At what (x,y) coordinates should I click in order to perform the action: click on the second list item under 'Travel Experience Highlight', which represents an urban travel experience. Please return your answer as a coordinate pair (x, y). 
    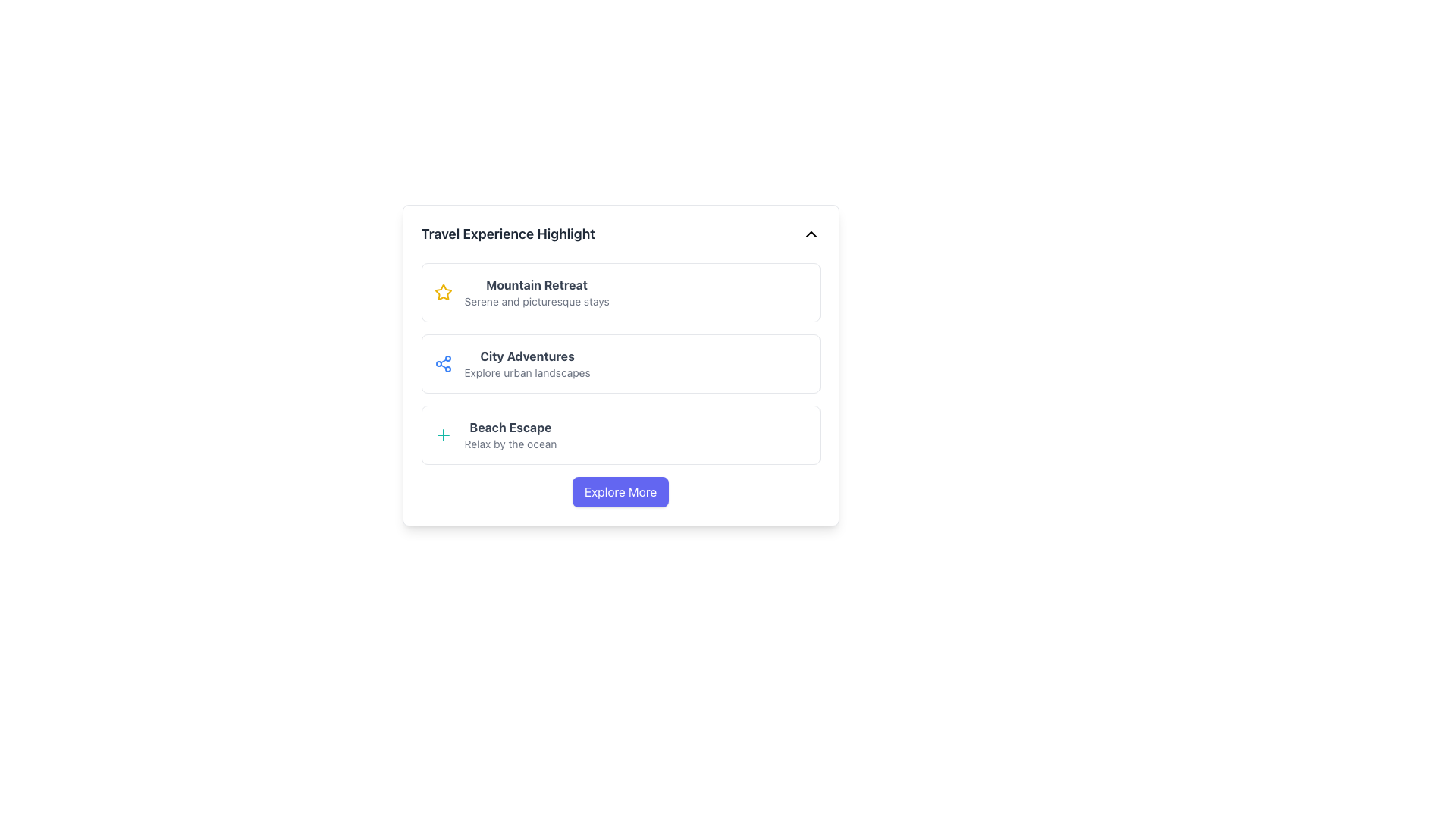
    Looking at the image, I should click on (620, 366).